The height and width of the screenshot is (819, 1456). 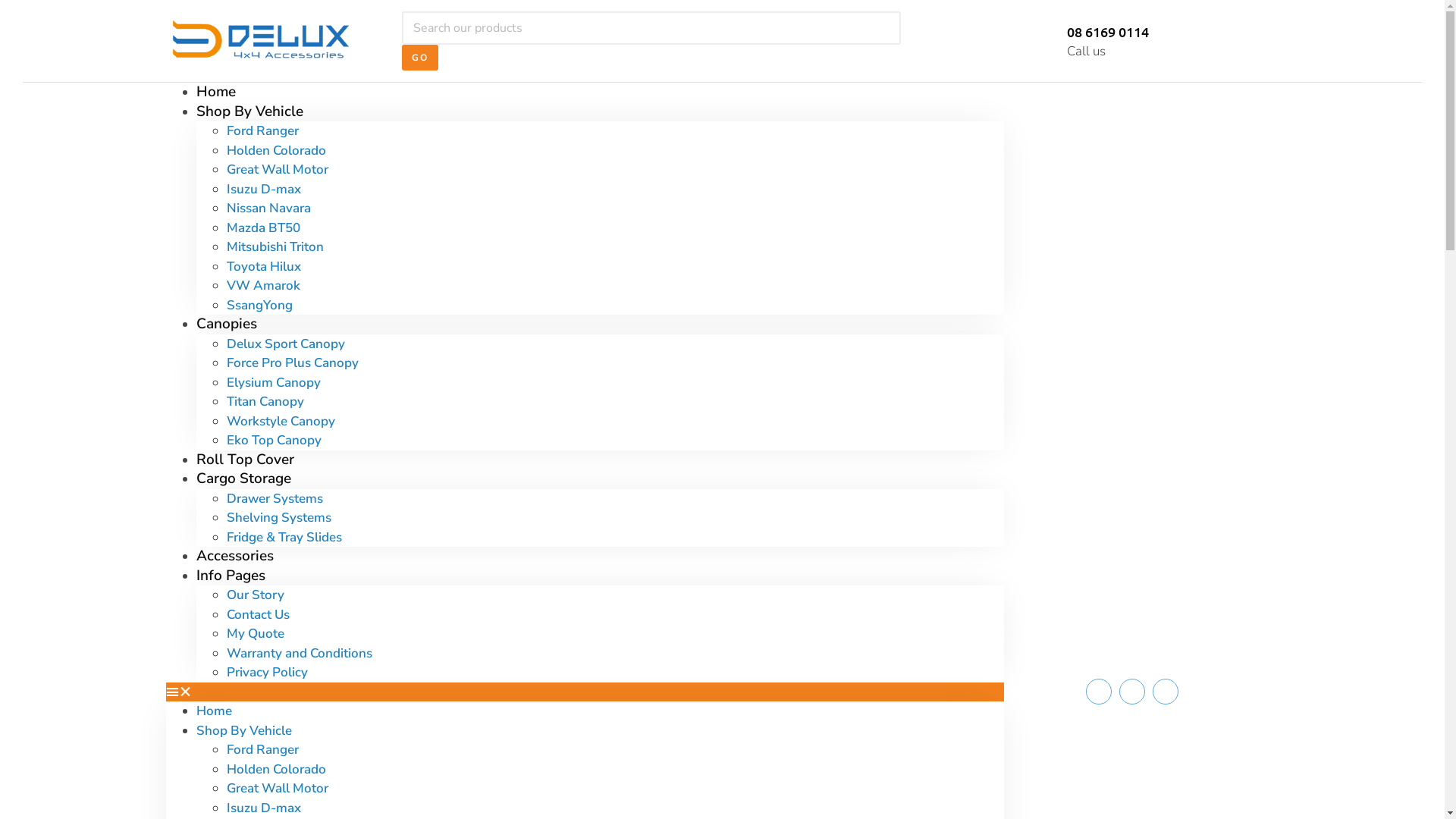 I want to click on 'Great Wall Motor', so click(x=276, y=169).